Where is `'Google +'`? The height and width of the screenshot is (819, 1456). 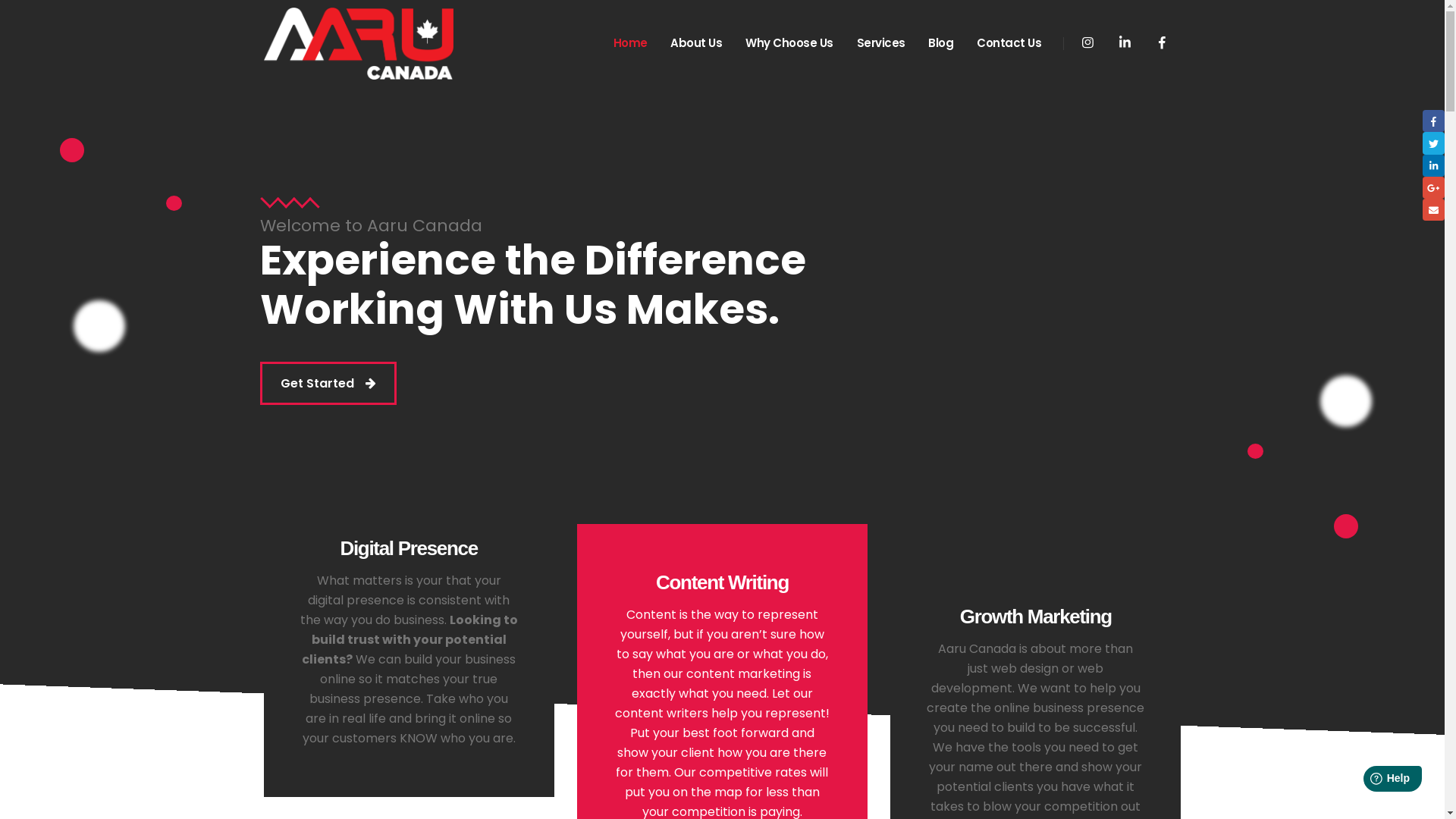 'Google +' is located at coordinates (1422, 187).